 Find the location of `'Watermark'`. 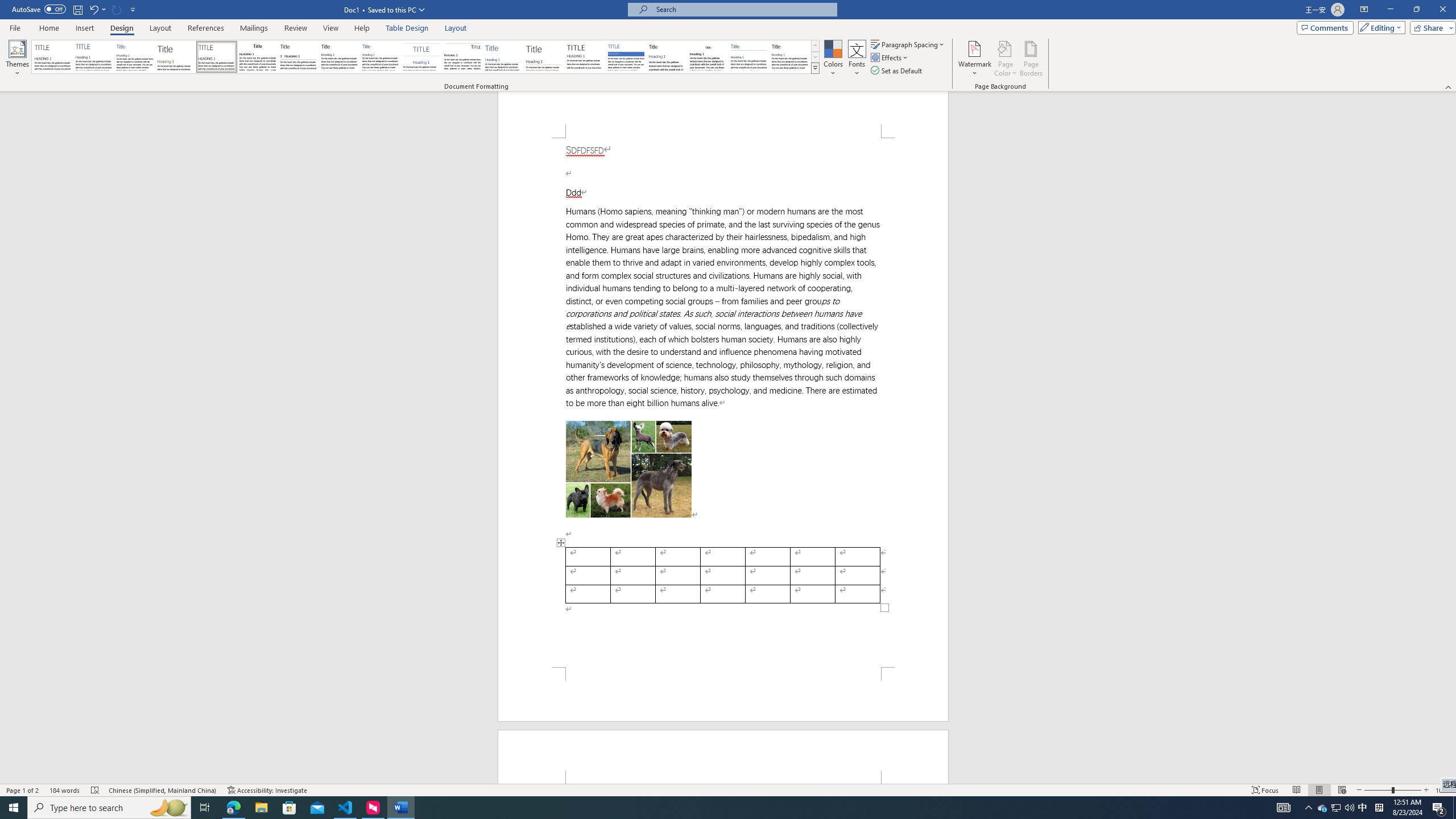

'Watermark' is located at coordinates (974, 59).